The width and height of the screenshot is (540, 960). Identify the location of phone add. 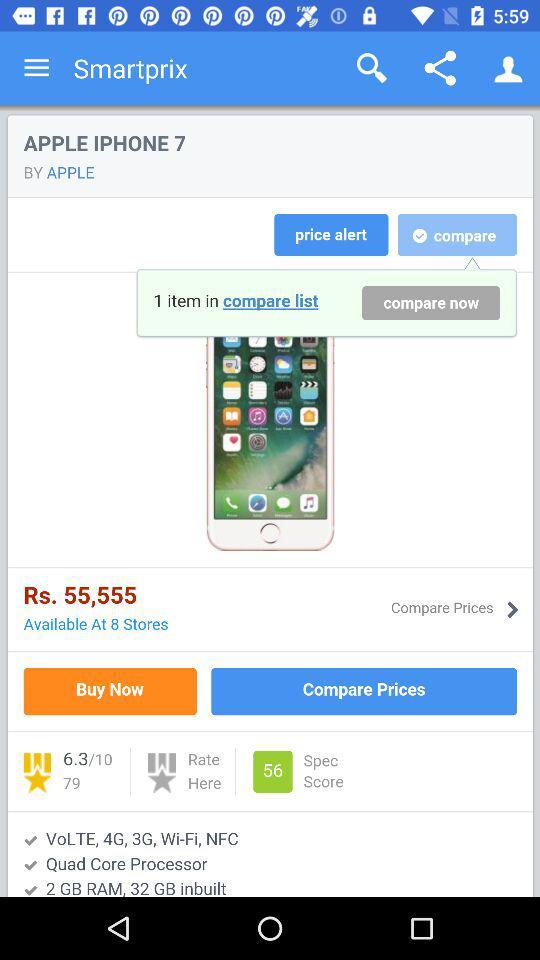
(270, 500).